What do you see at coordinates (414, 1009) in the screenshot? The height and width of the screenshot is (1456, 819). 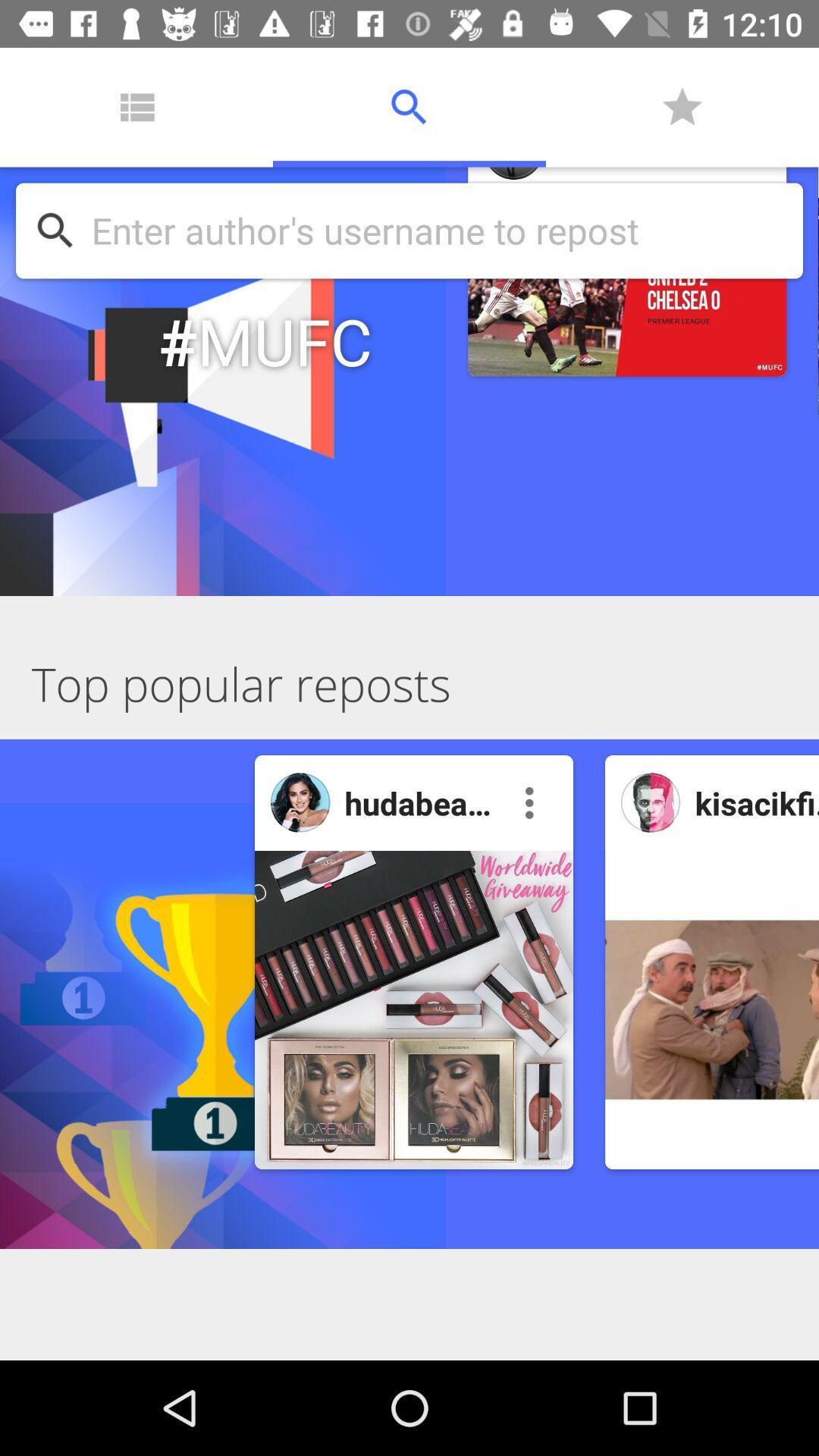 I see `post` at bounding box center [414, 1009].